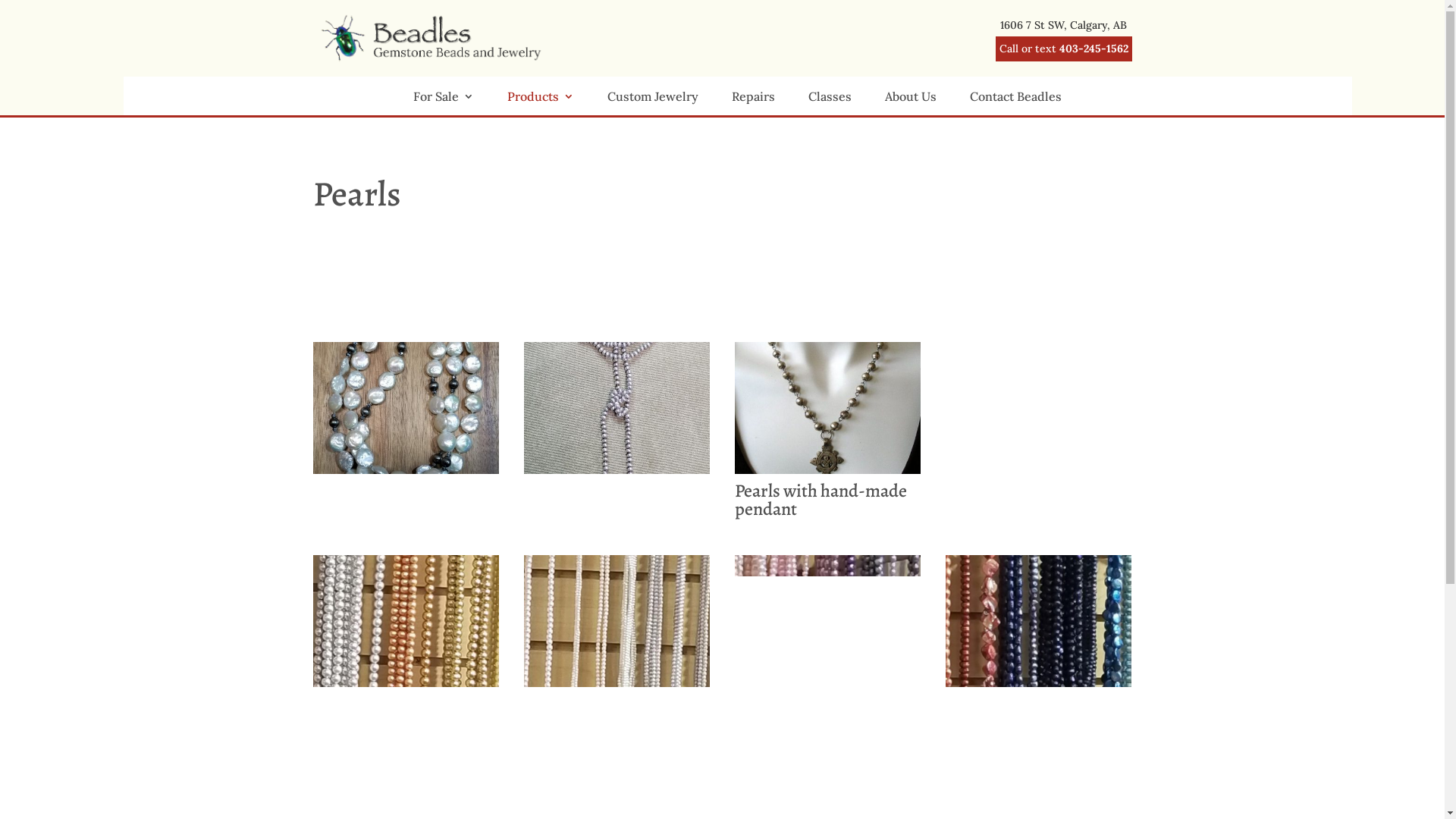 Image resolution: width=1456 pixels, height=819 pixels. Describe the element at coordinates (753, 102) in the screenshot. I see `'Repairs'` at that location.